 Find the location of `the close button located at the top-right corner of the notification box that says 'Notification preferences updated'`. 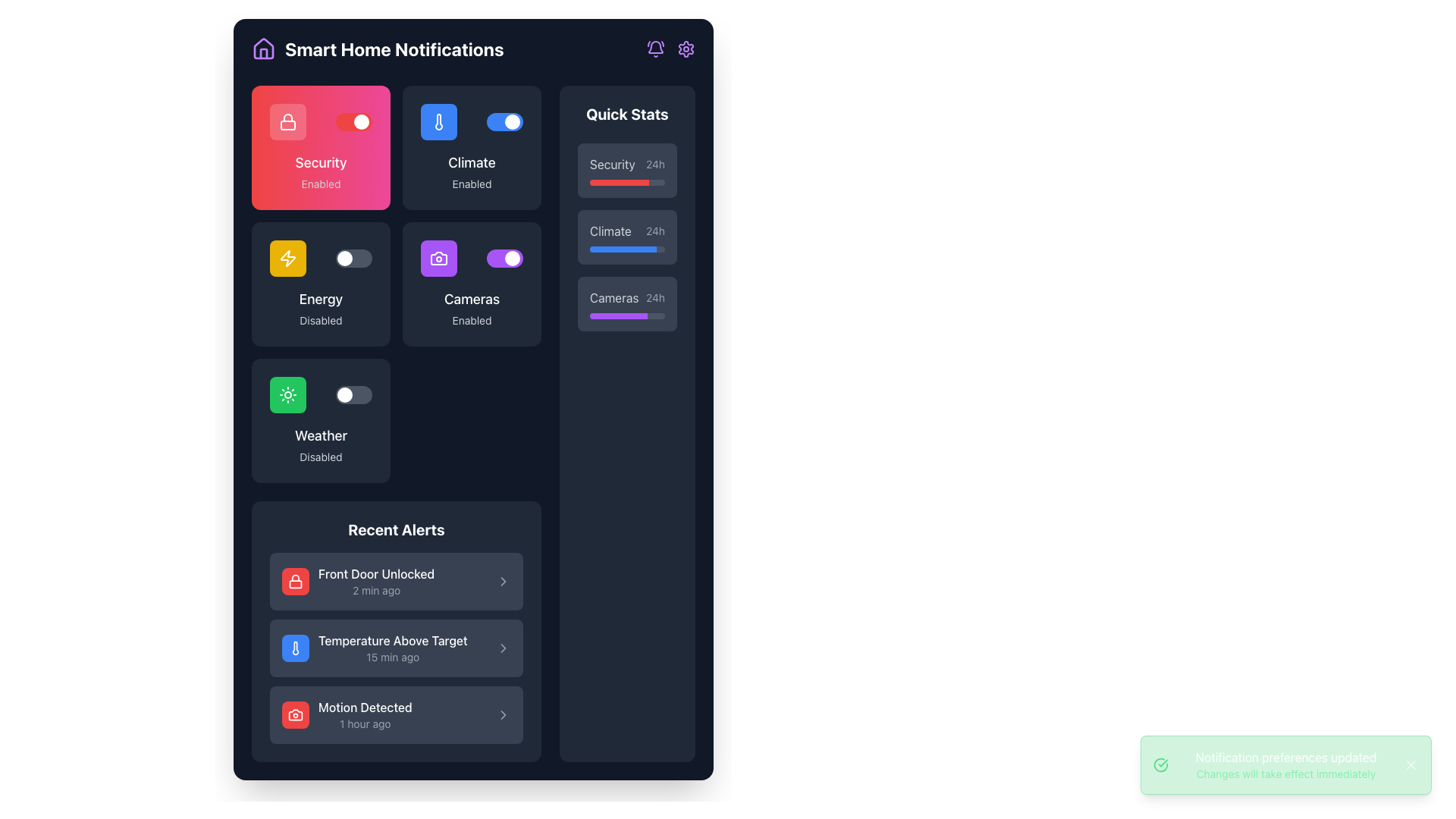

the close button located at the top-right corner of the notification box that says 'Notification preferences updated' is located at coordinates (1410, 765).